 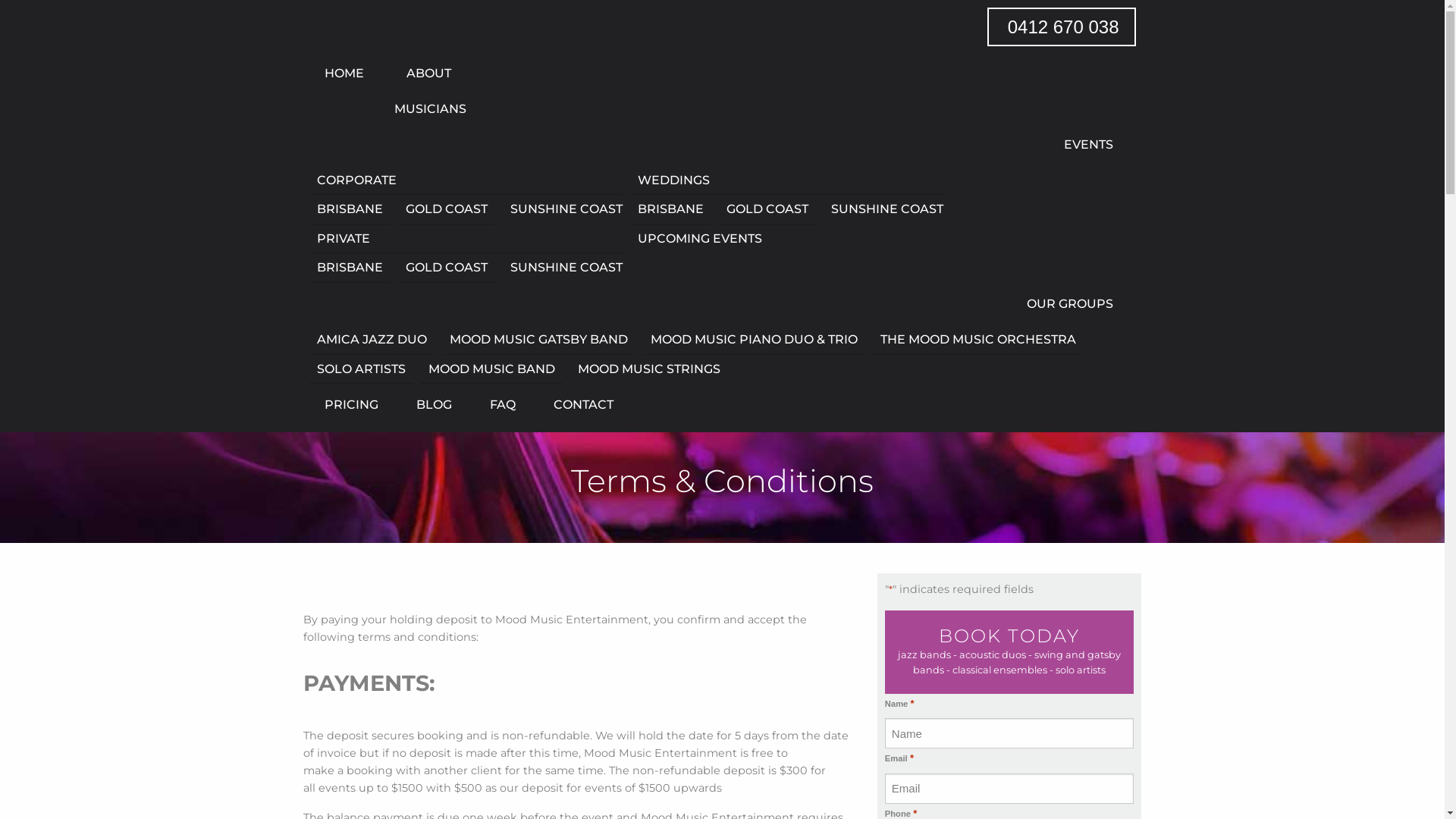 What do you see at coordinates (575, 403) in the screenshot?
I see `'CONTACT'` at bounding box center [575, 403].